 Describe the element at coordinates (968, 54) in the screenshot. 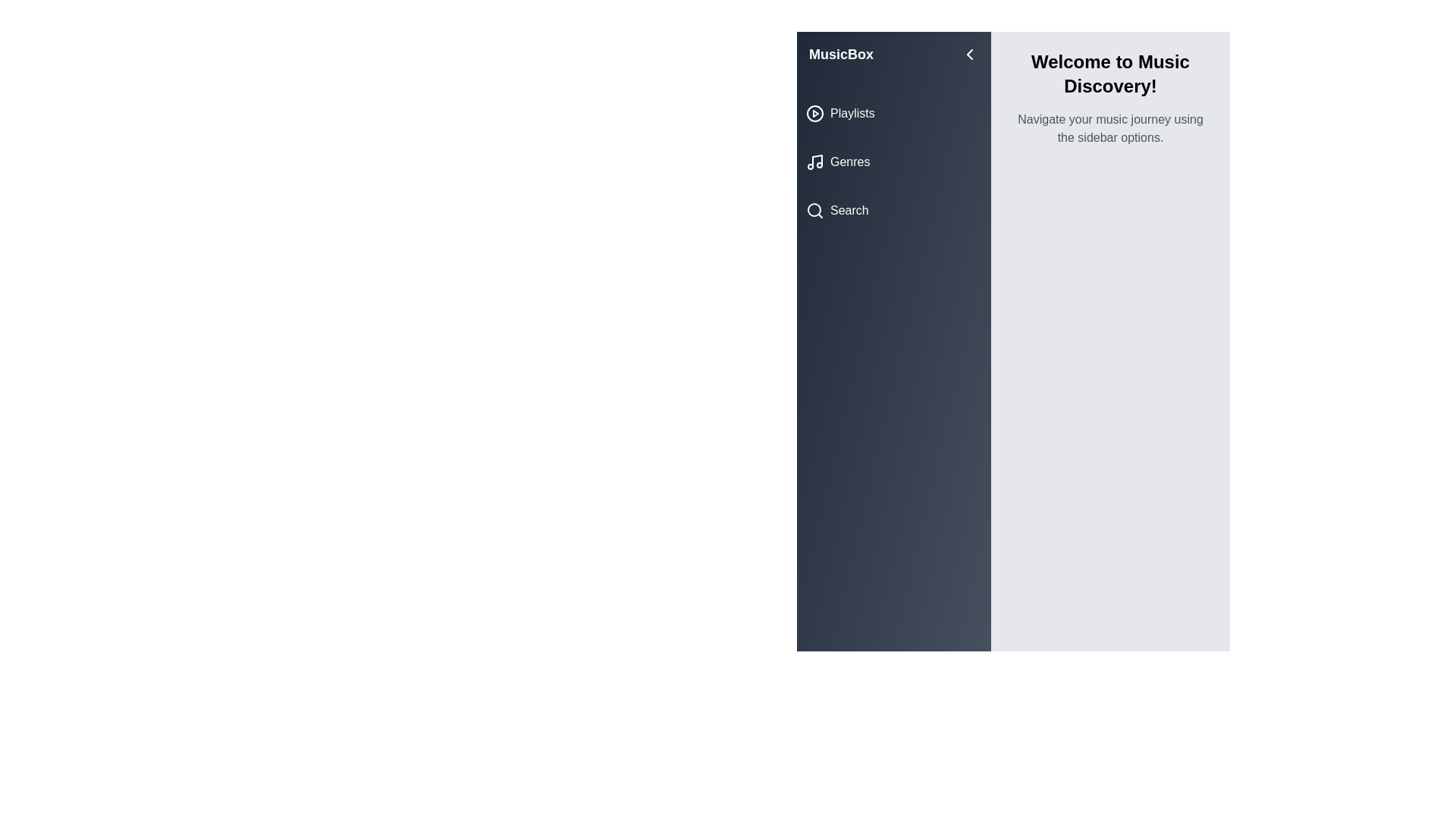

I see `toggle button to toggle the sidebar open or closed` at that location.